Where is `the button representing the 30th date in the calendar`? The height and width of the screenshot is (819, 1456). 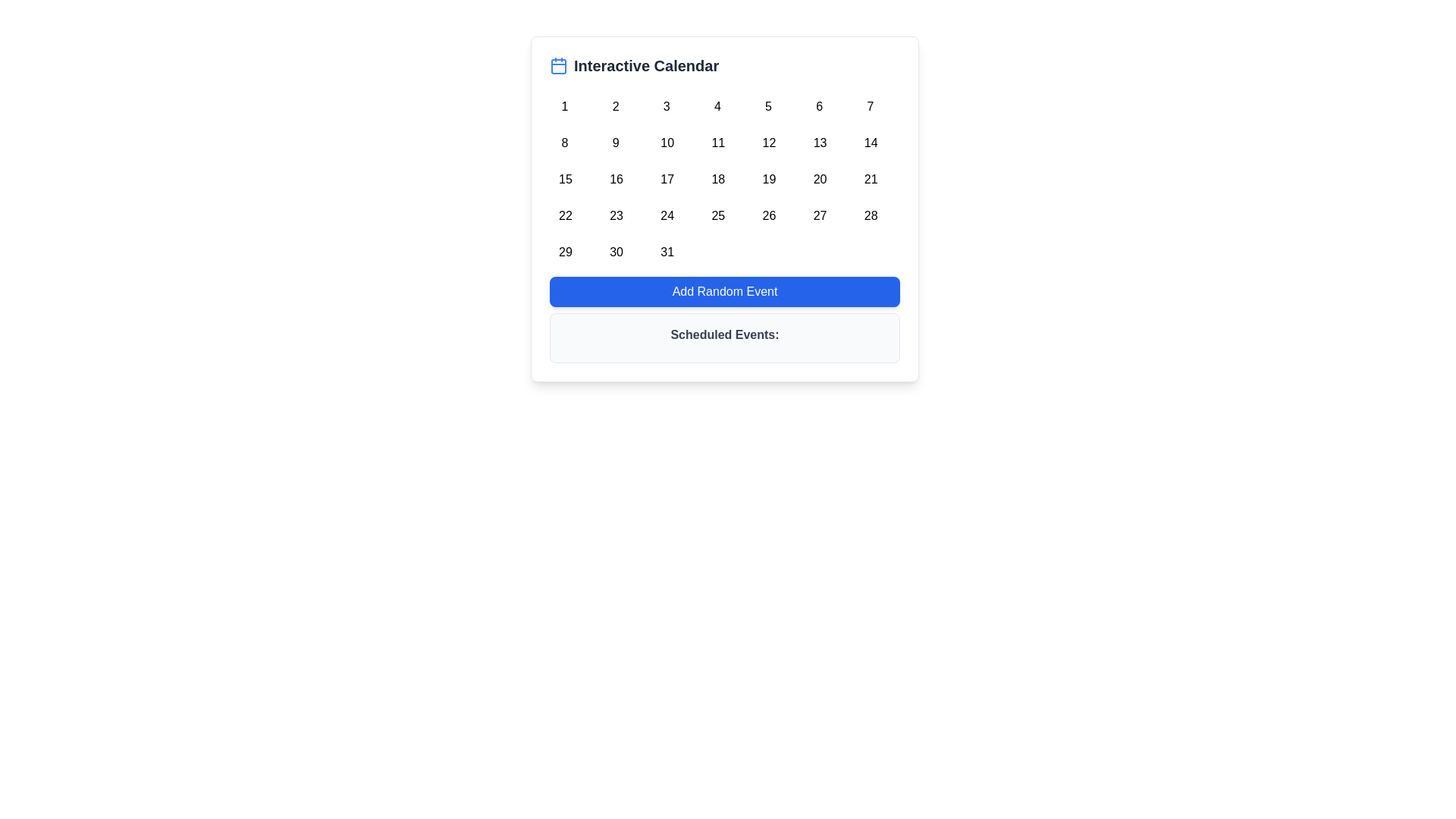 the button representing the 30th date in the calendar is located at coordinates (616, 248).